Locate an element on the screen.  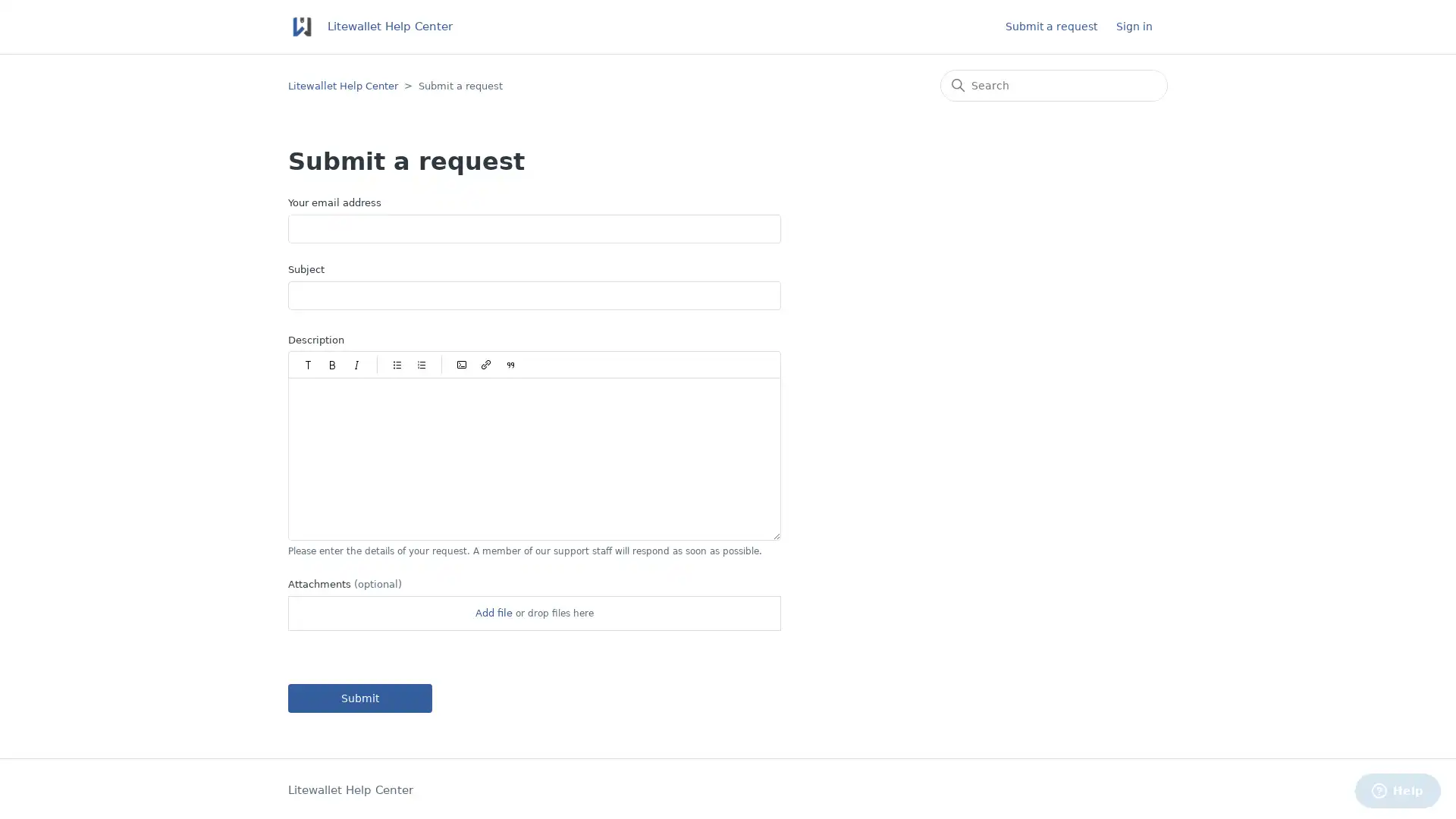
Sign in is located at coordinates (1142, 27).